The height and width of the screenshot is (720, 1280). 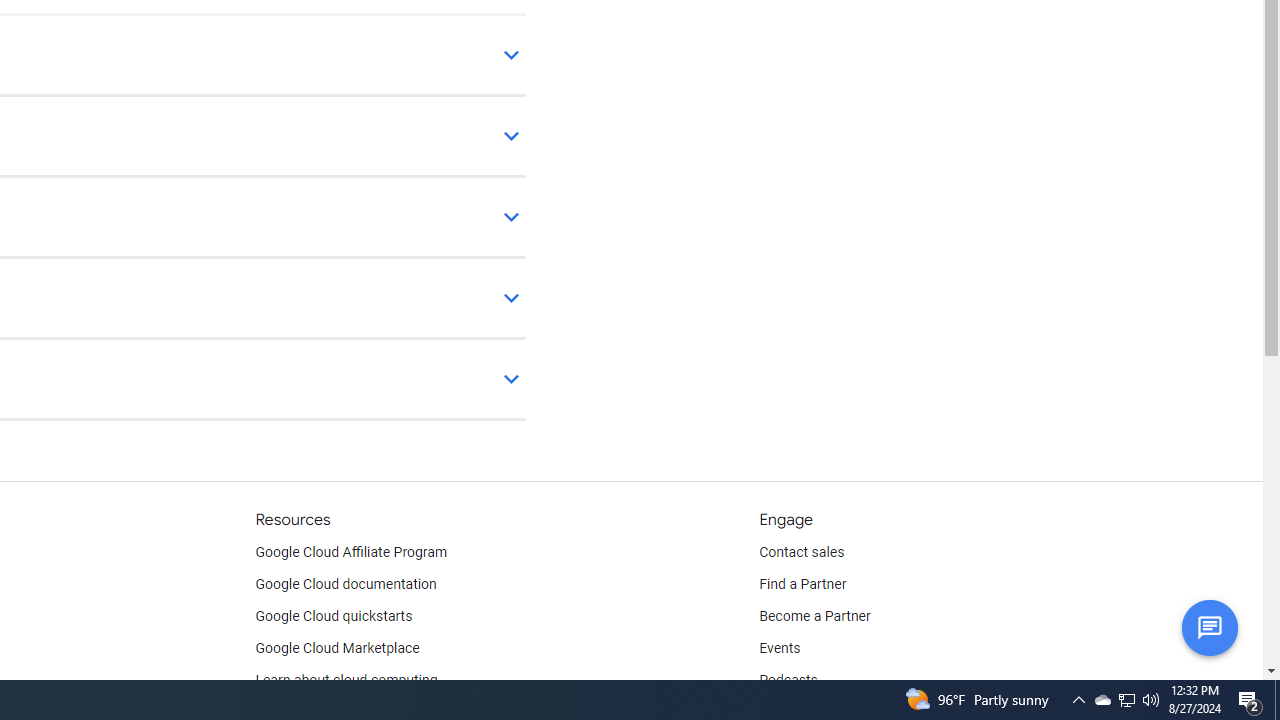 What do you see at coordinates (803, 585) in the screenshot?
I see `'Find a Partner'` at bounding box center [803, 585].